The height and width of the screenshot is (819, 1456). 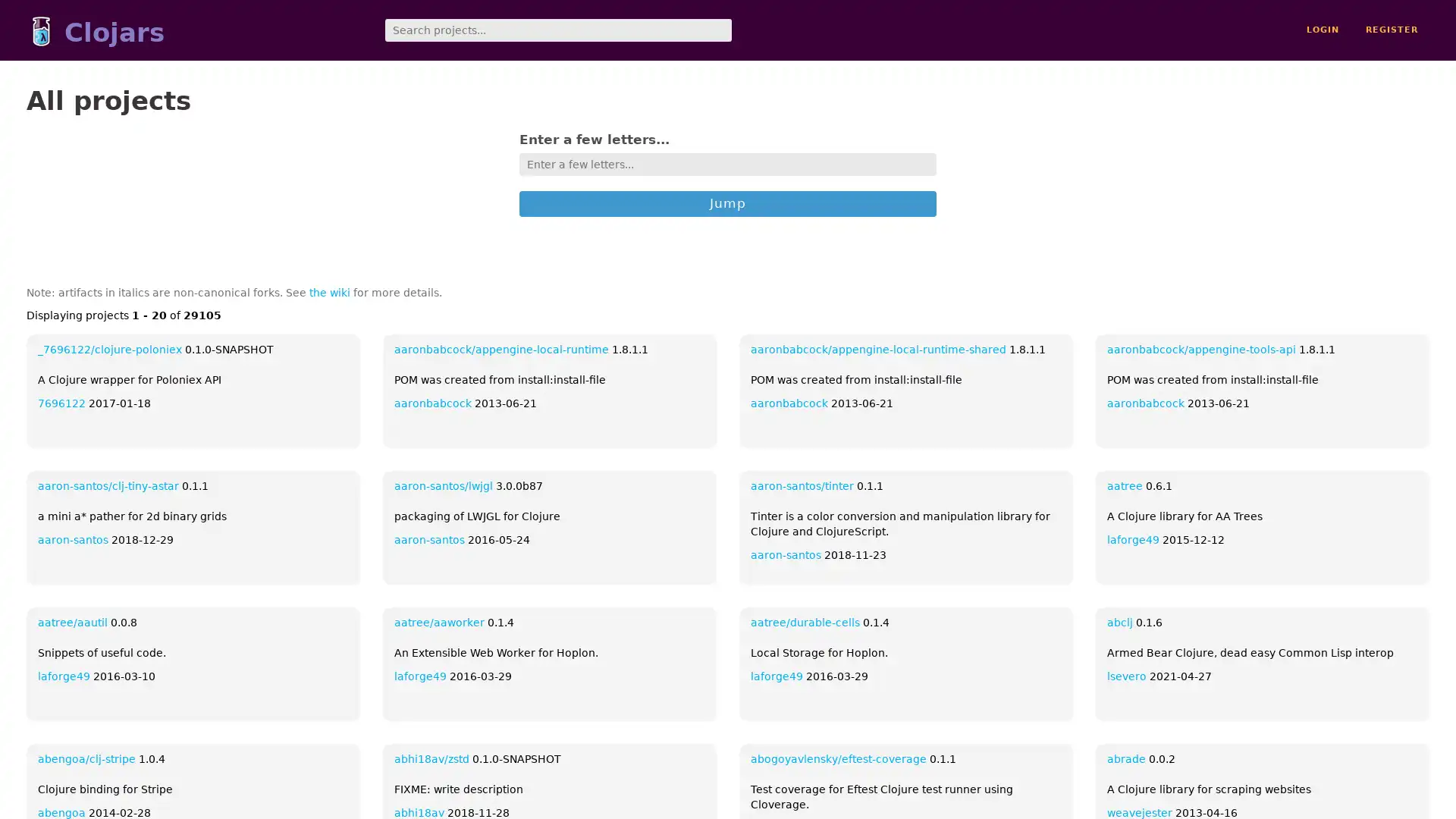 What do you see at coordinates (728, 202) in the screenshot?
I see `Jump` at bounding box center [728, 202].